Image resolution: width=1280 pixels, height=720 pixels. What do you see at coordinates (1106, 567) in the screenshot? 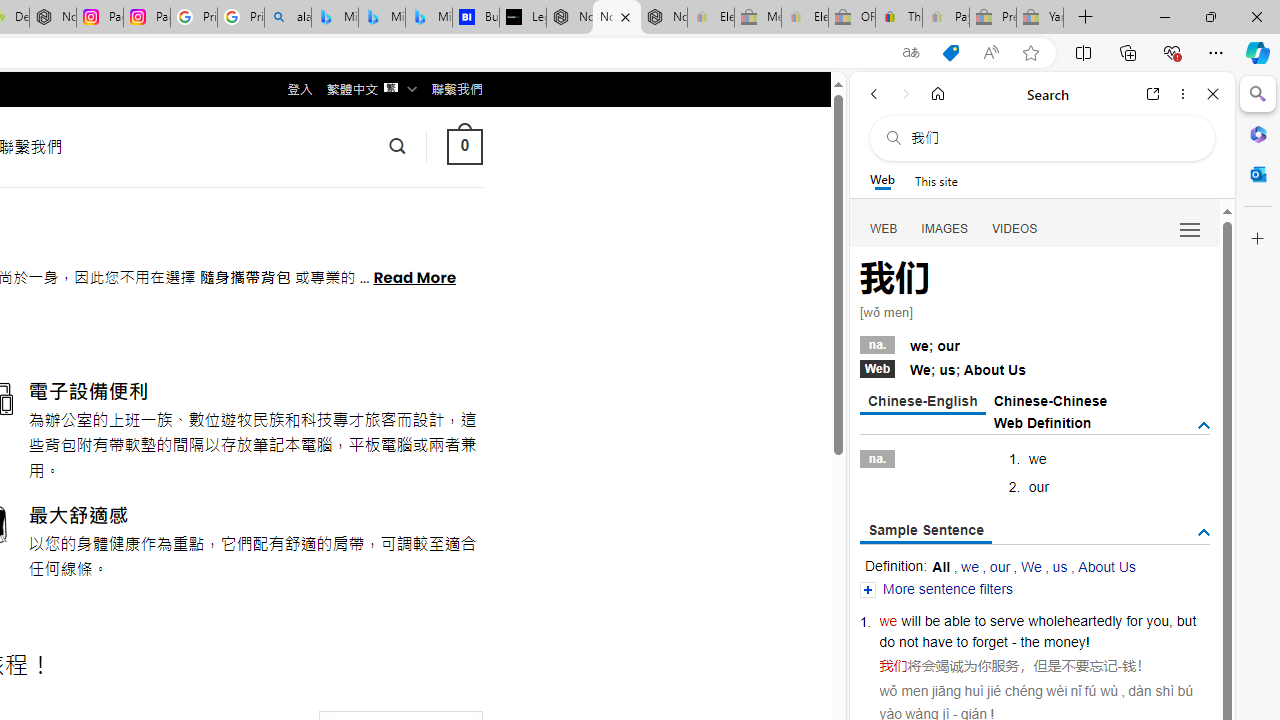
I see `'About Us'` at bounding box center [1106, 567].